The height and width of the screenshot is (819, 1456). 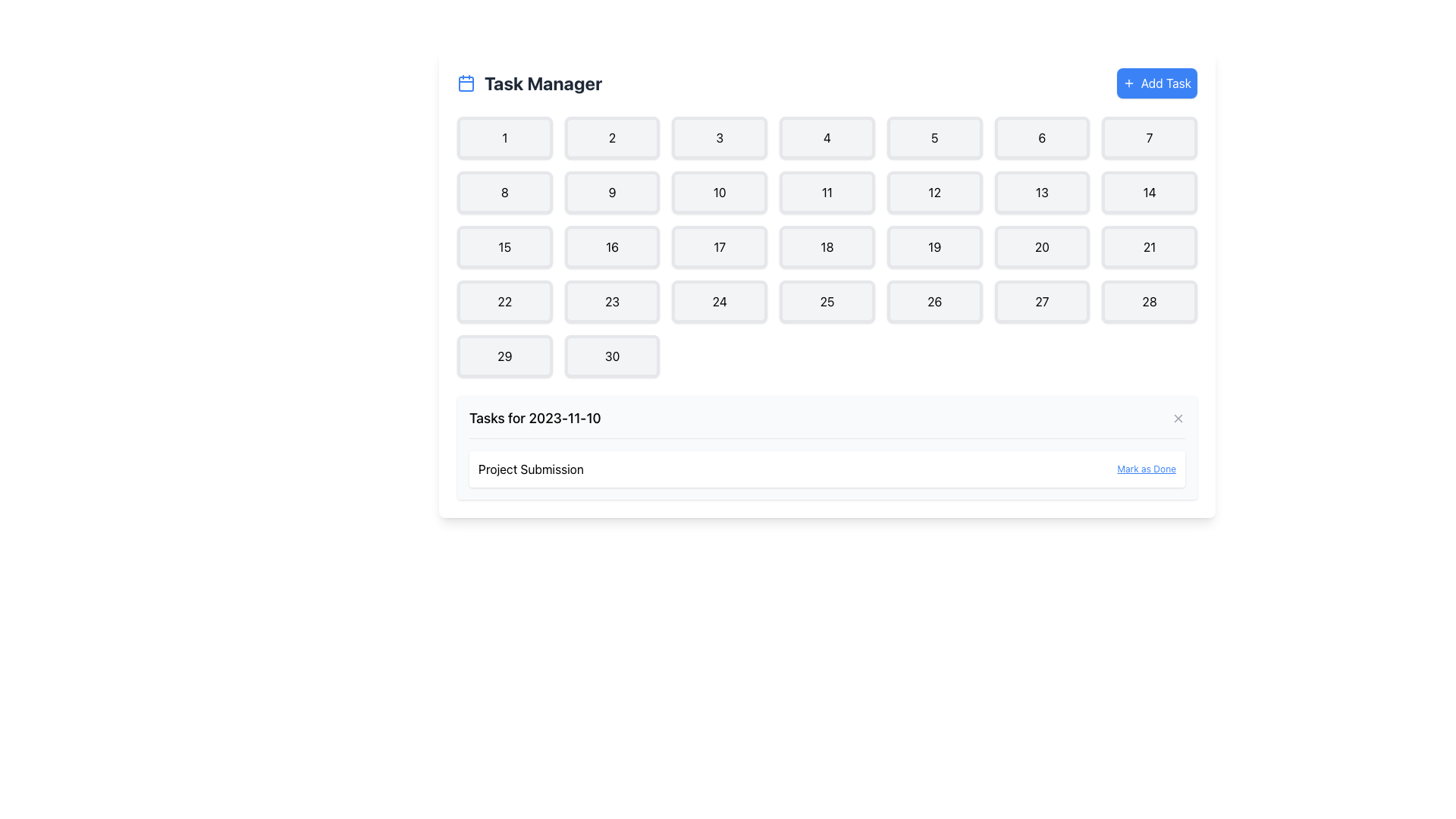 I want to click on the rectangular-shaped button displaying the number '27' in bold, located in the fourth row and sixth column of the calendar grid, so click(x=1041, y=301).